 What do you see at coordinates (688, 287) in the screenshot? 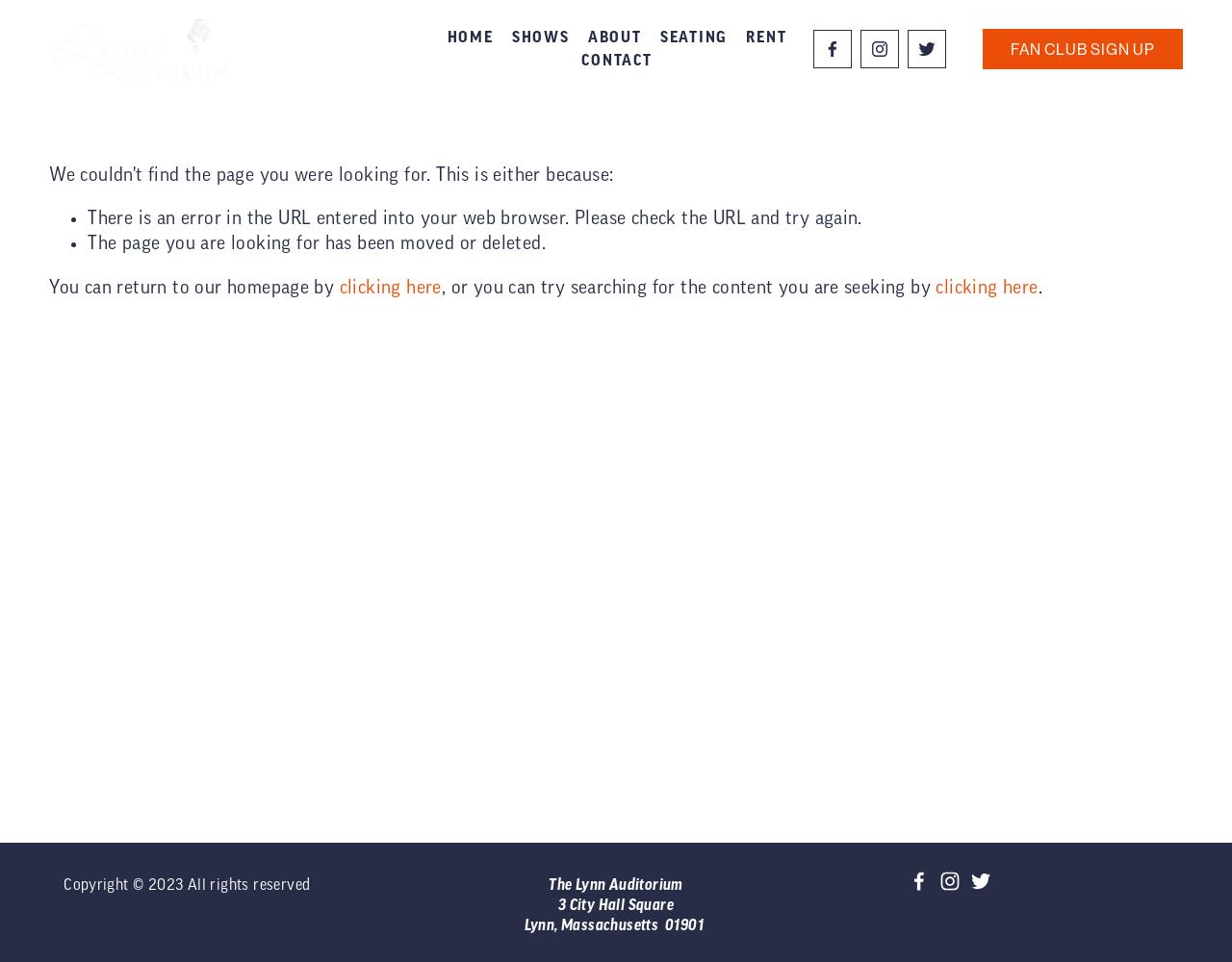
I see `', or you can try searching for the
  content you are seeking by'` at bounding box center [688, 287].